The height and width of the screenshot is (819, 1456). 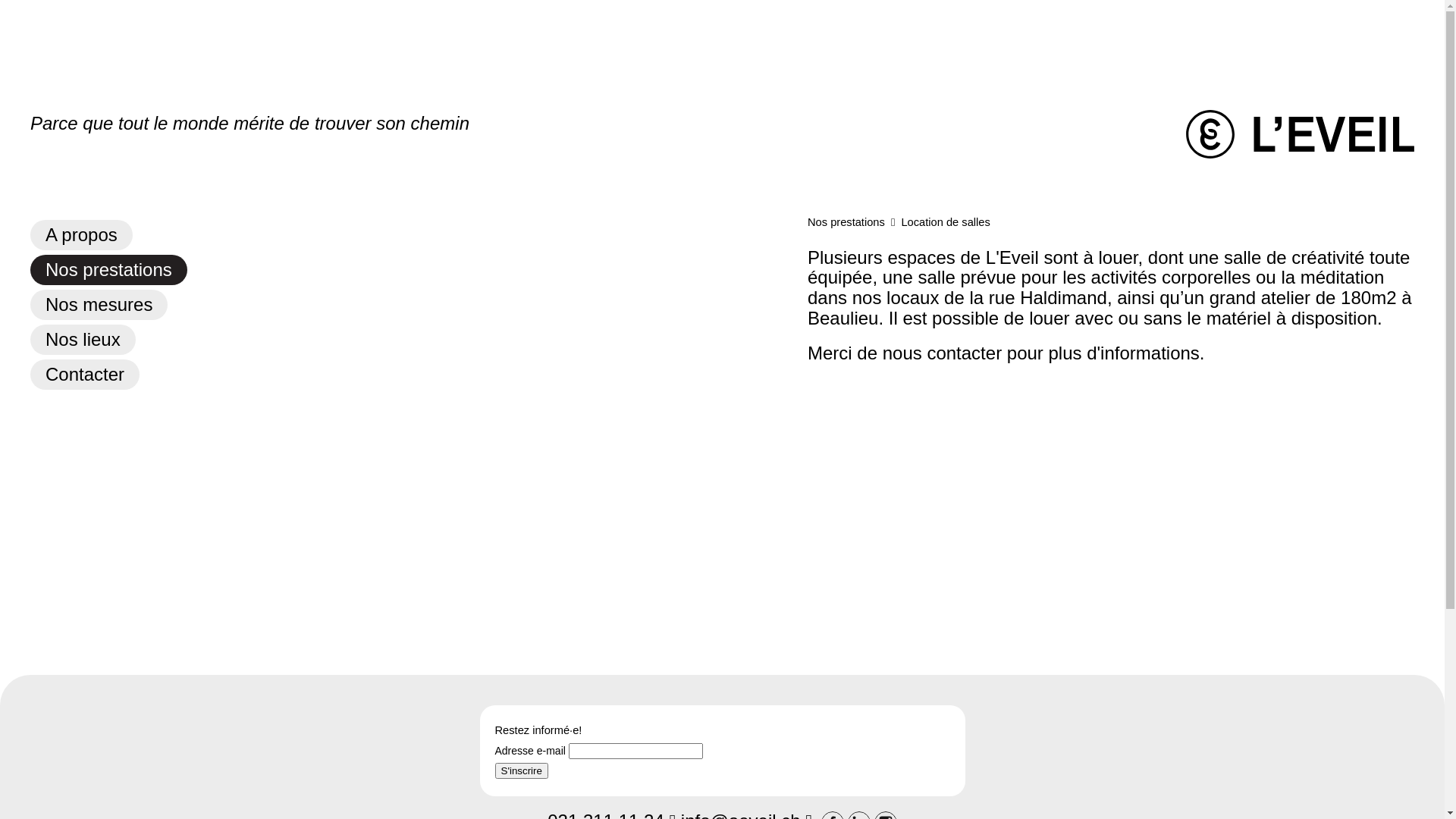 I want to click on 'A propos', so click(x=80, y=234).